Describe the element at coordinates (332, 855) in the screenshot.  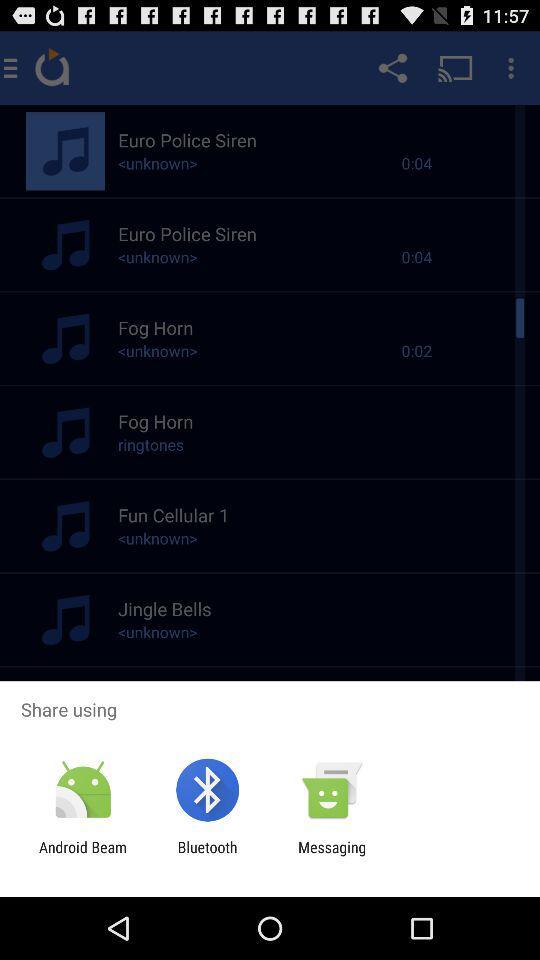
I see `the item next to the bluetooth` at that location.